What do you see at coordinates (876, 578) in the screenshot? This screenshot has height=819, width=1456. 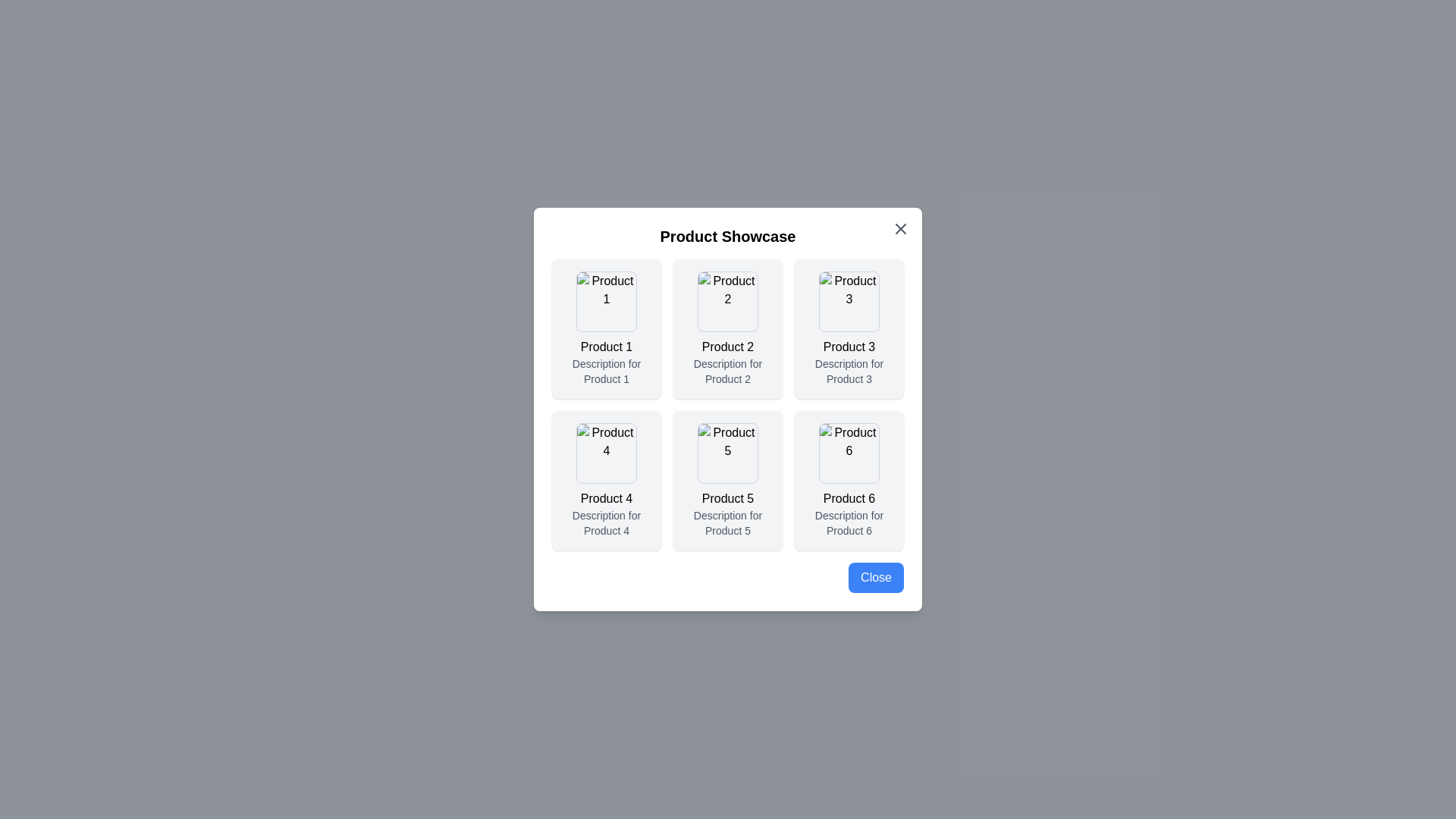 I see `'Close' button located at the bottom-right of the dialog` at bounding box center [876, 578].